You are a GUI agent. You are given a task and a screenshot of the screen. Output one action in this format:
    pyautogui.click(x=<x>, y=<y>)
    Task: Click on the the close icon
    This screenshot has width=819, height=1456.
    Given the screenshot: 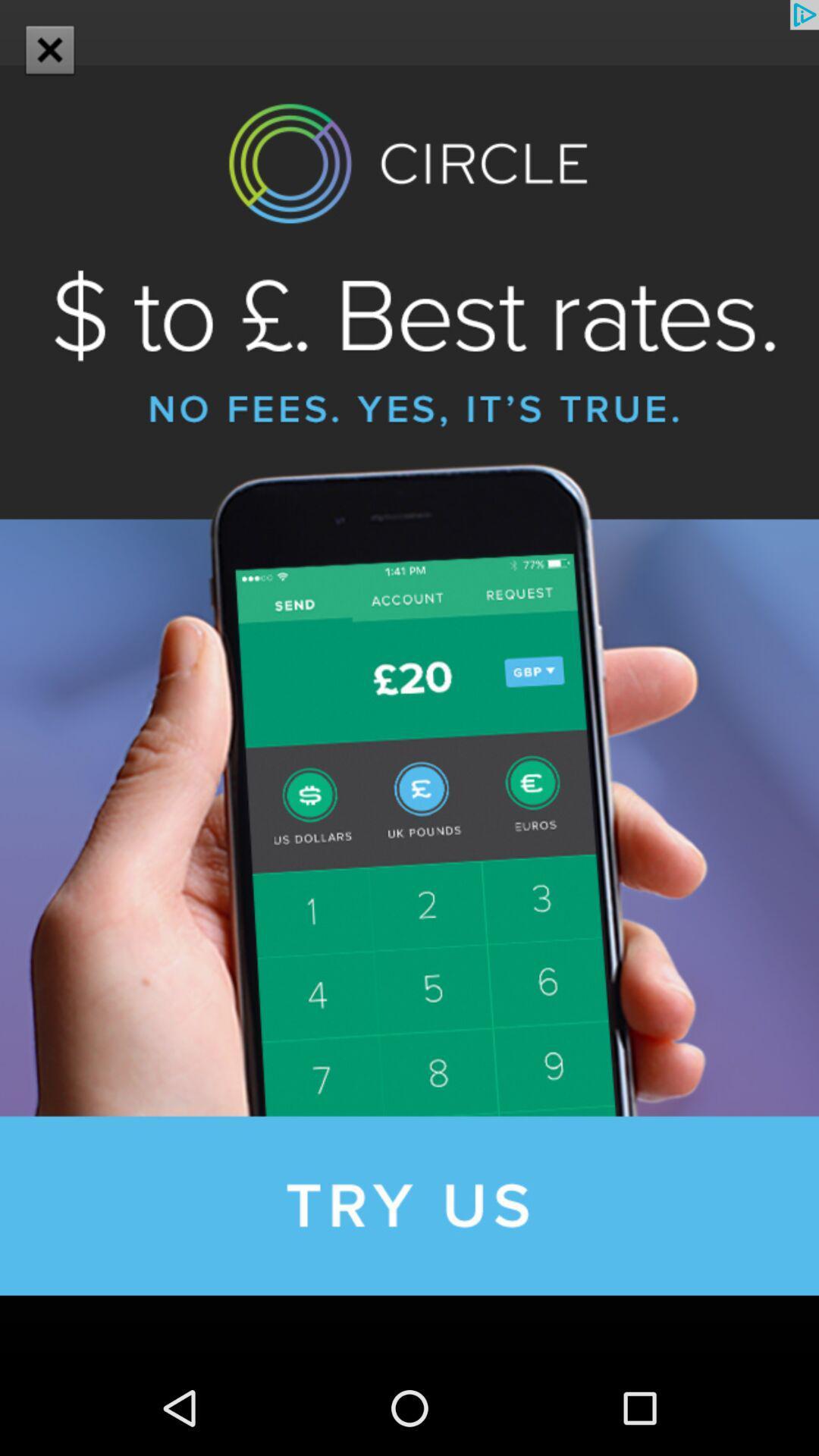 What is the action you would take?
    pyautogui.click(x=49, y=53)
    